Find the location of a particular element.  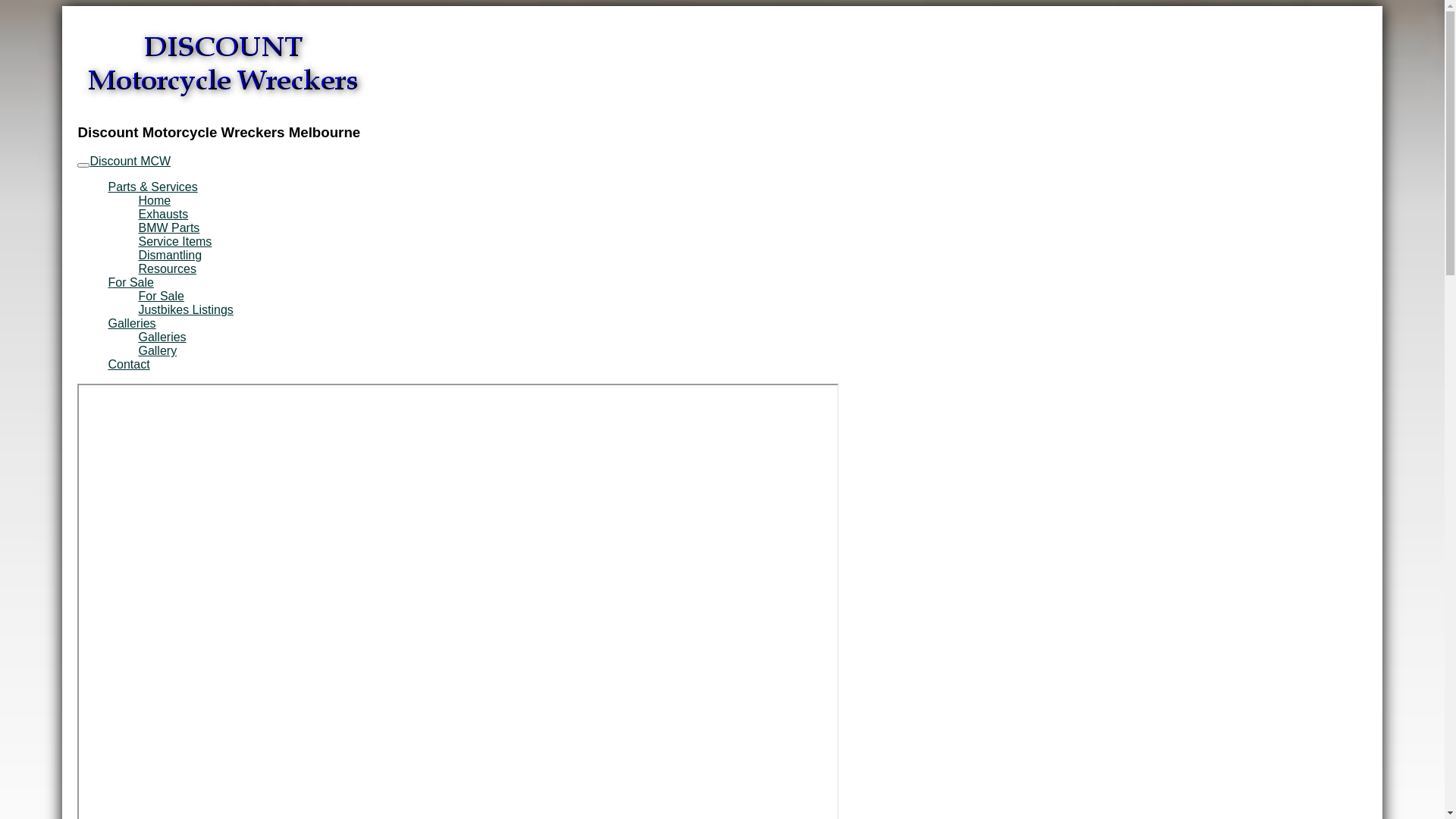

'Parts & Services' is located at coordinates (152, 186).